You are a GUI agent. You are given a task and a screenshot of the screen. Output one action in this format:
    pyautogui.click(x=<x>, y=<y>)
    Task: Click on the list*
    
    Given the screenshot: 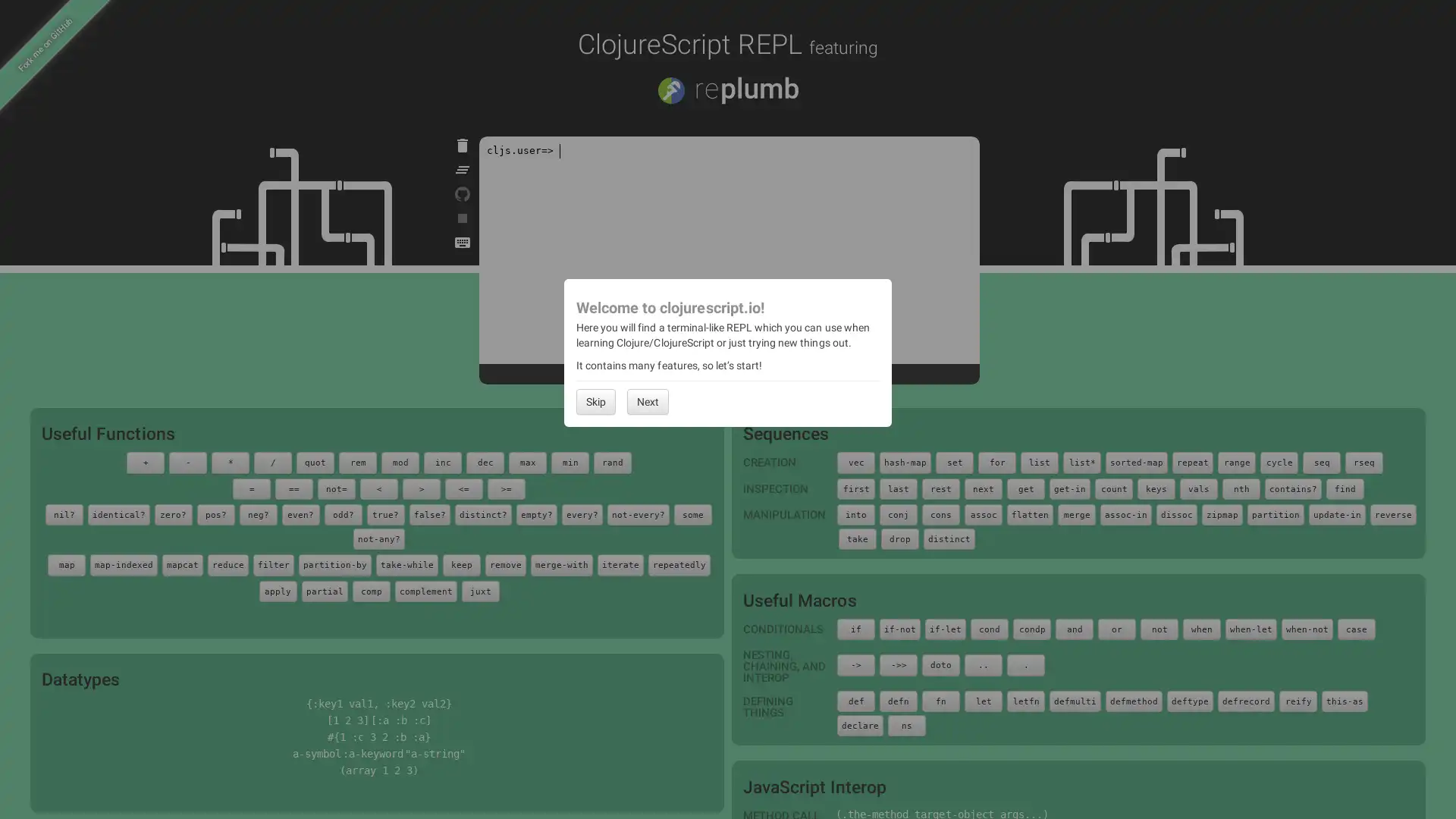 What is the action you would take?
    pyautogui.click(x=1081, y=461)
    